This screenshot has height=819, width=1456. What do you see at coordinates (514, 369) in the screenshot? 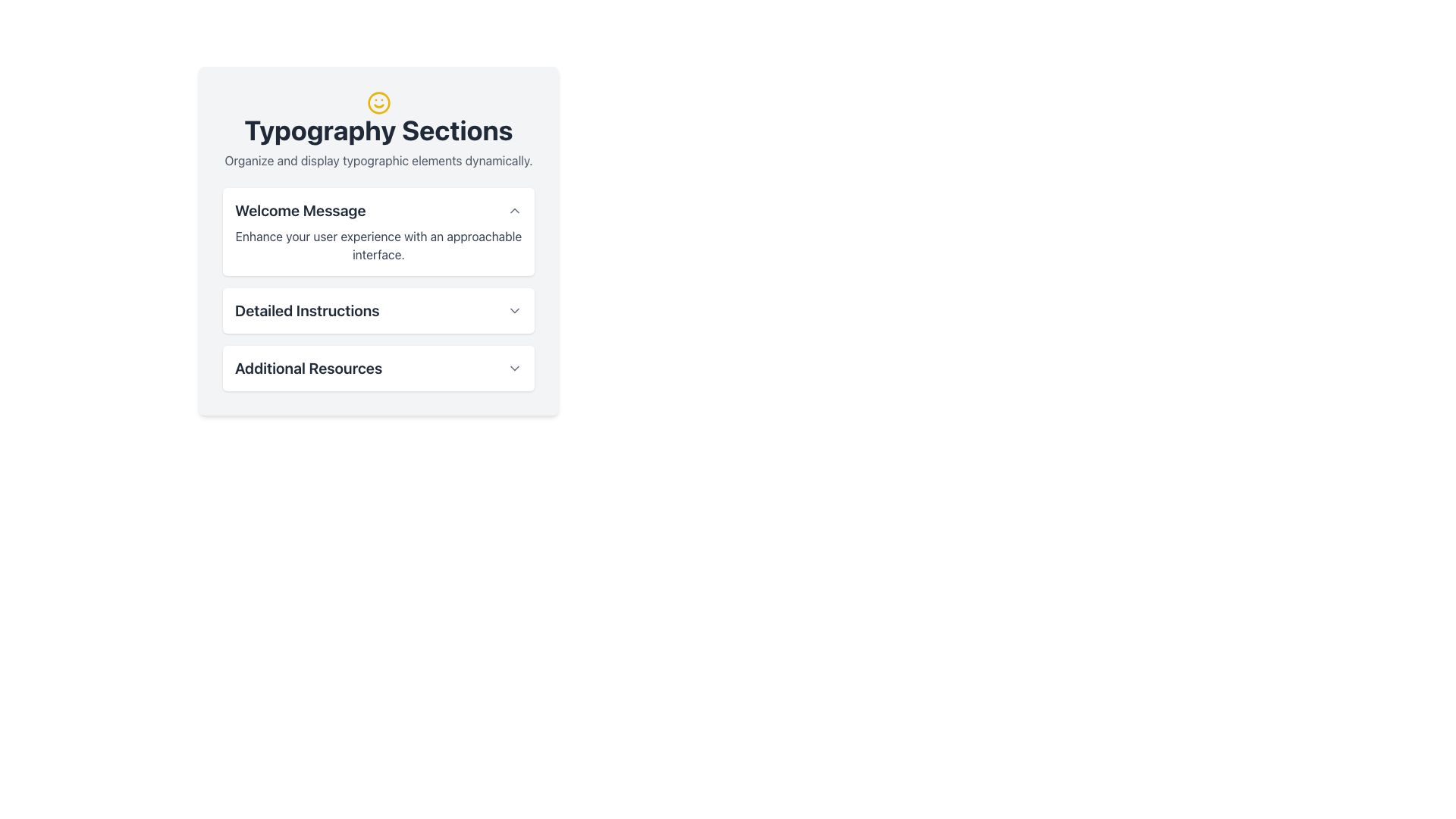
I see `the chevron-down icon located to the far-right of the 'Additional Resources' section` at bounding box center [514, 369].